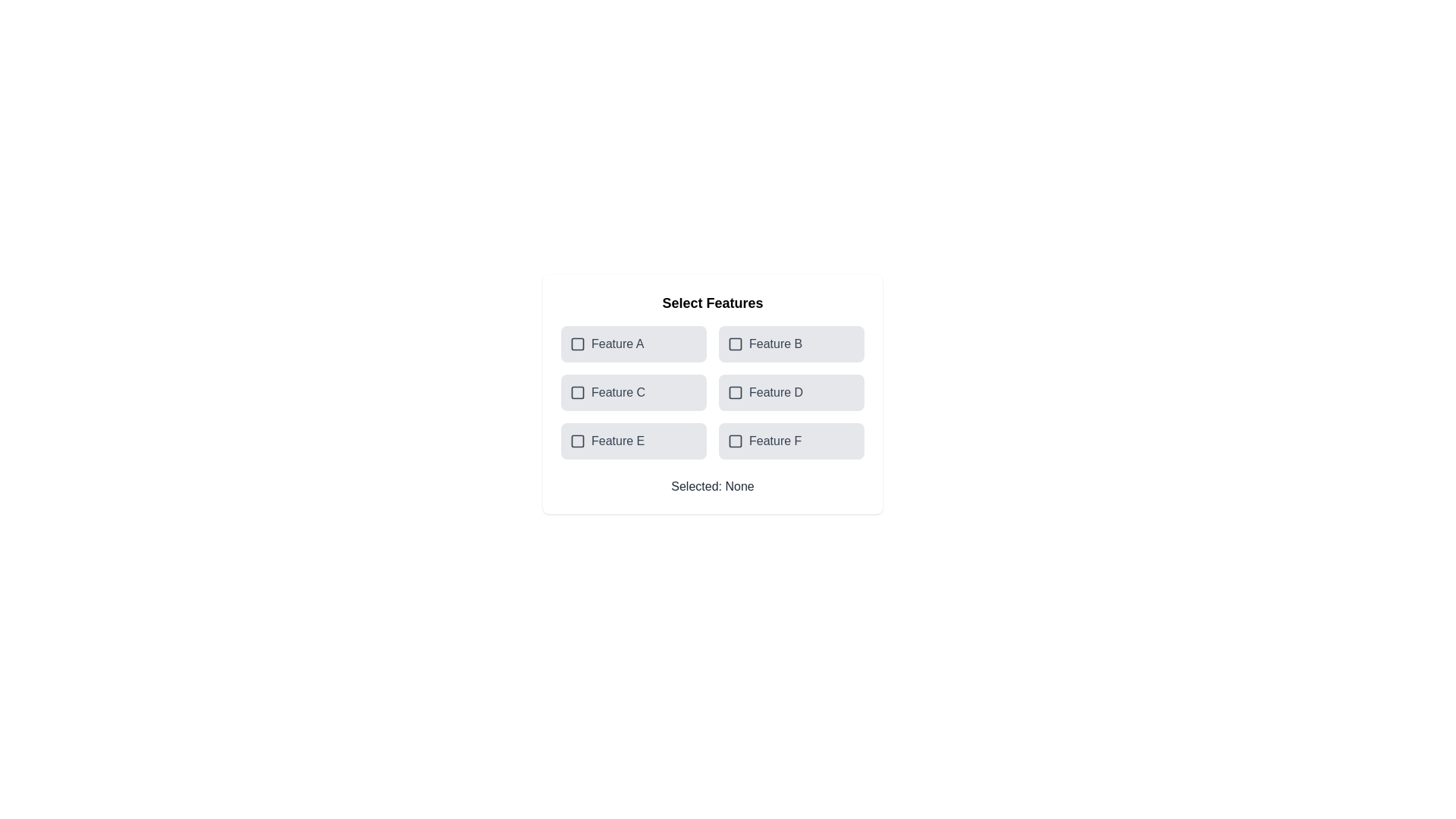  What do you see at coordinates (618, 391) in the screenshot?
I see `text label for the selection box labeled 'Feature C' located in the second row, first column of the grid layout` at bounding box center [618, 391].